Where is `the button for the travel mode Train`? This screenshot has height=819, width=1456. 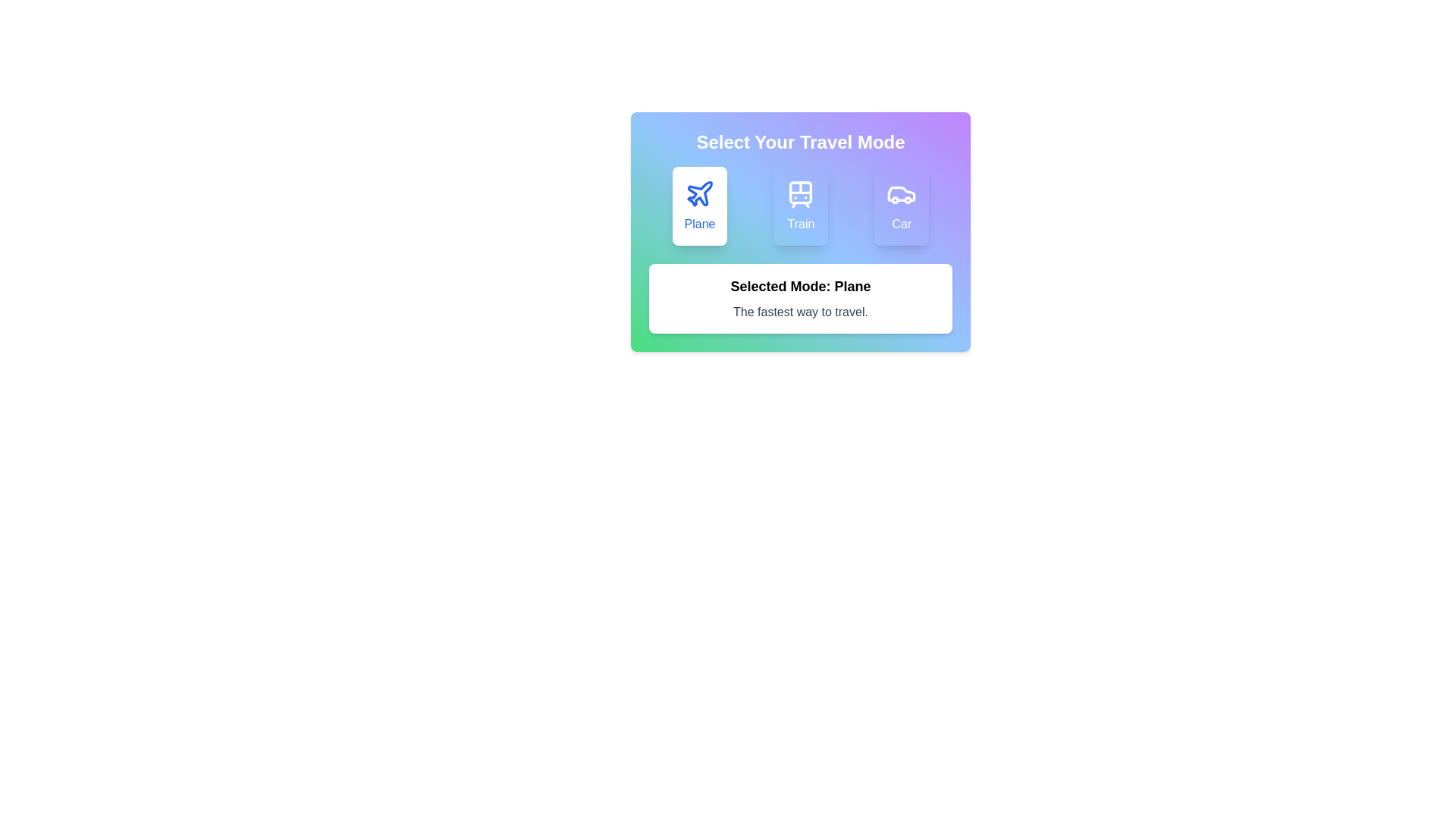 the button for the travel mode Train is located at coordinates (800, 206).